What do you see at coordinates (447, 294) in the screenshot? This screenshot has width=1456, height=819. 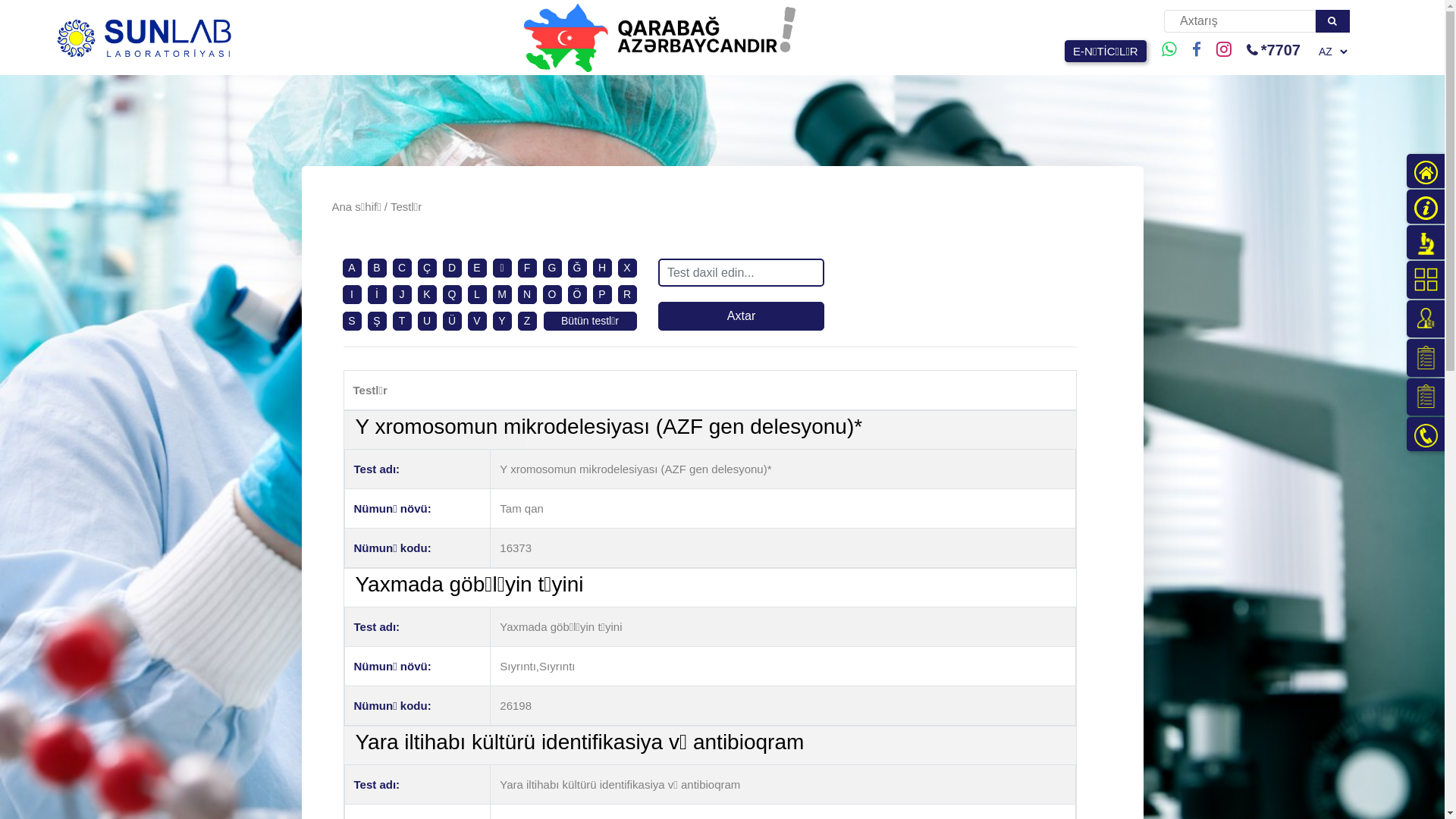 I see `'Q'` at bounding box center [447, 294].